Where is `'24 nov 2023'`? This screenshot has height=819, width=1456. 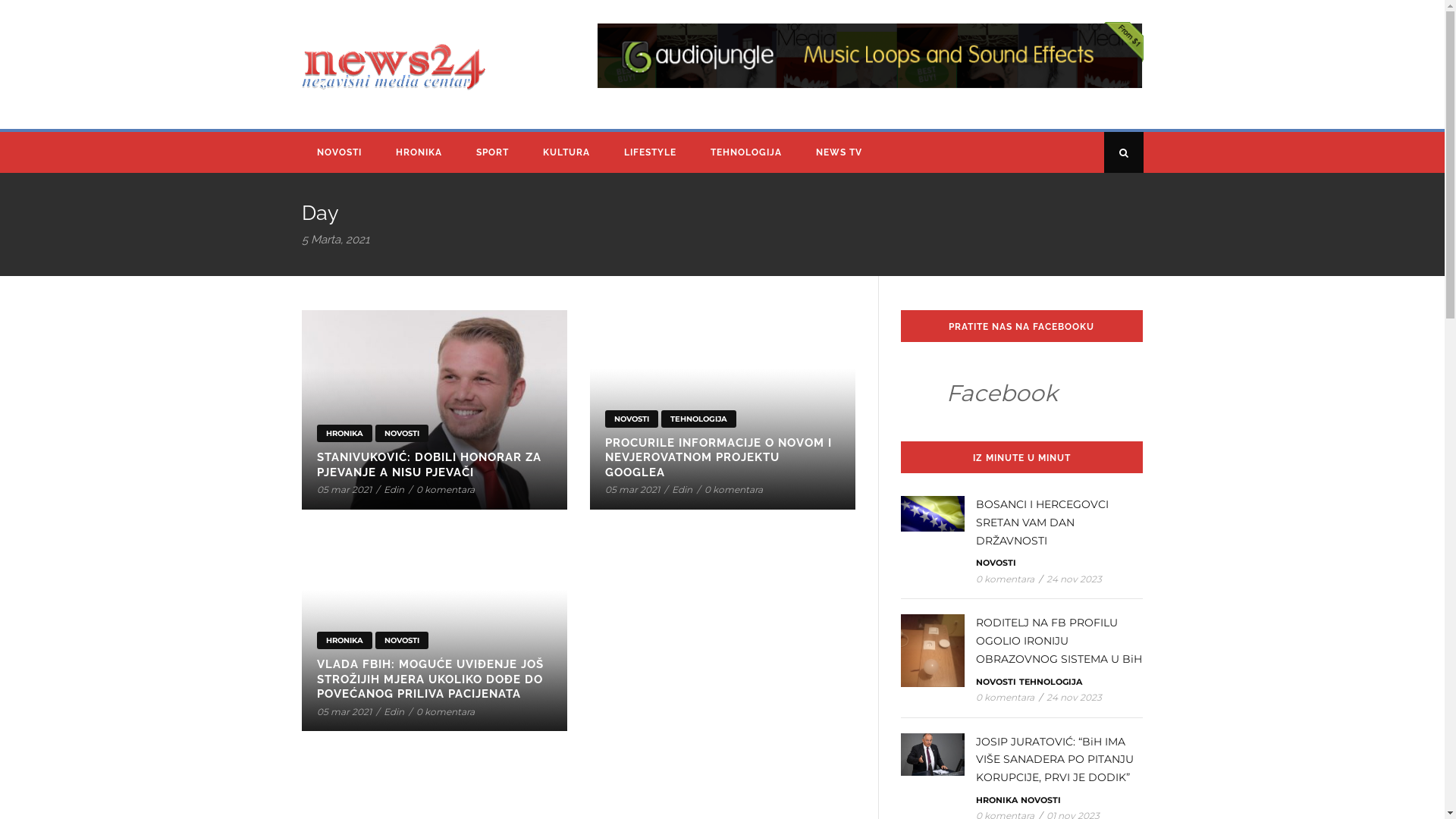 '24 nov 2023' is located at coordinates (1073, 579).